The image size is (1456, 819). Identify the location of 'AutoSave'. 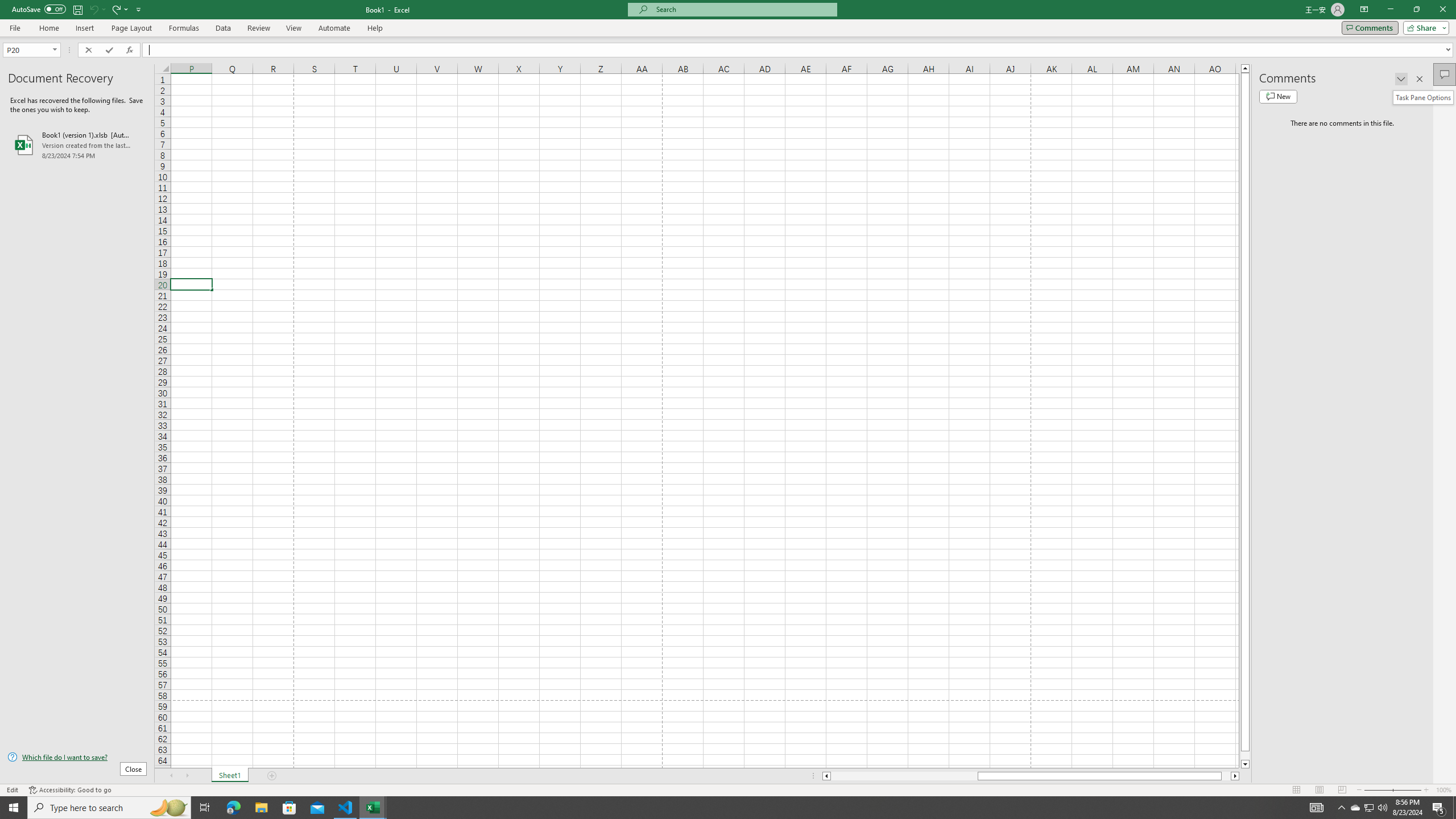
(39, 9).